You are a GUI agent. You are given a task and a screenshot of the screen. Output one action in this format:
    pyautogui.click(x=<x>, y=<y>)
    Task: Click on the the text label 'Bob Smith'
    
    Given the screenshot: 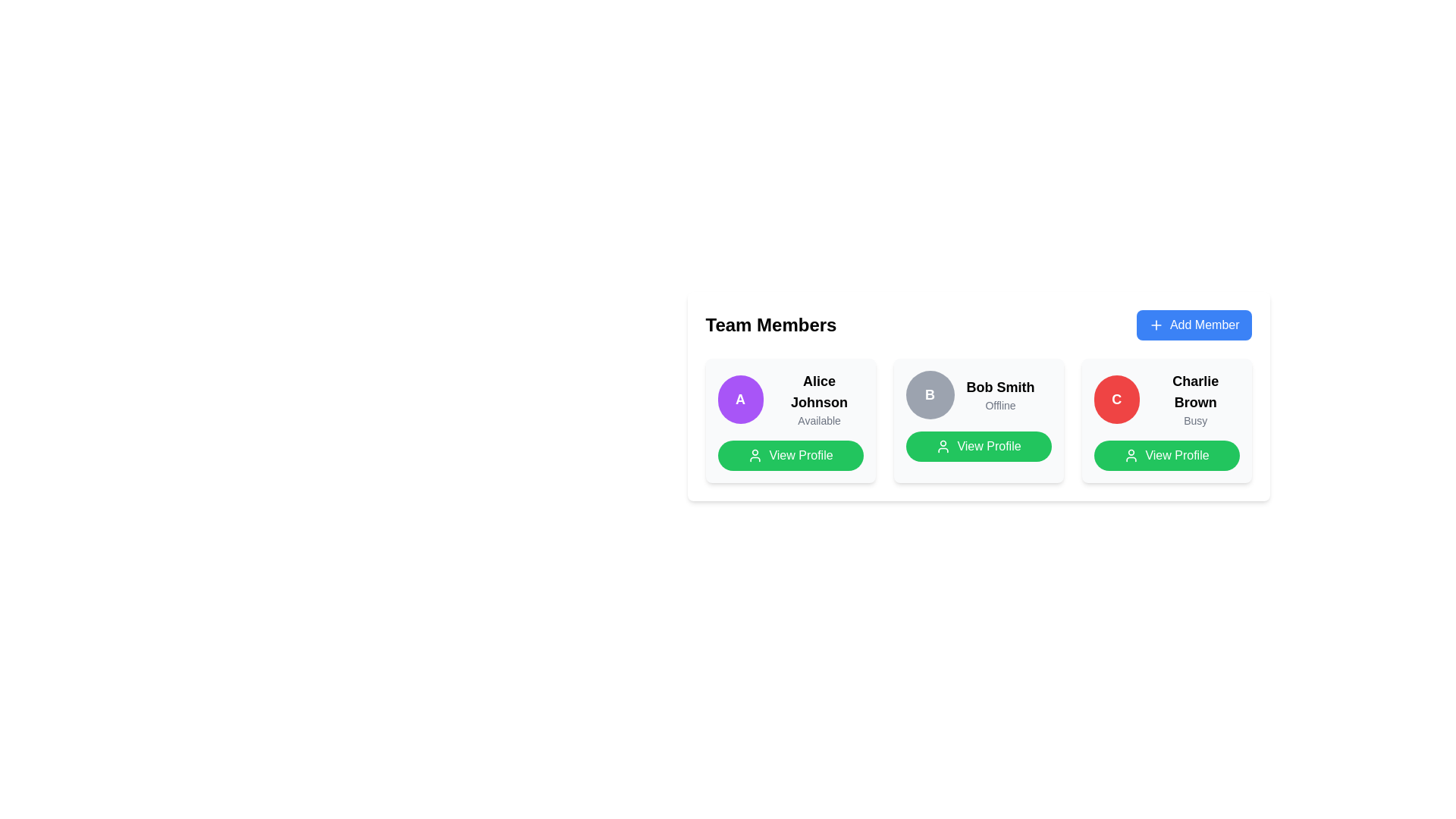 What is the action you would take?
    pyautogui.click(x=1000, y=386)
    